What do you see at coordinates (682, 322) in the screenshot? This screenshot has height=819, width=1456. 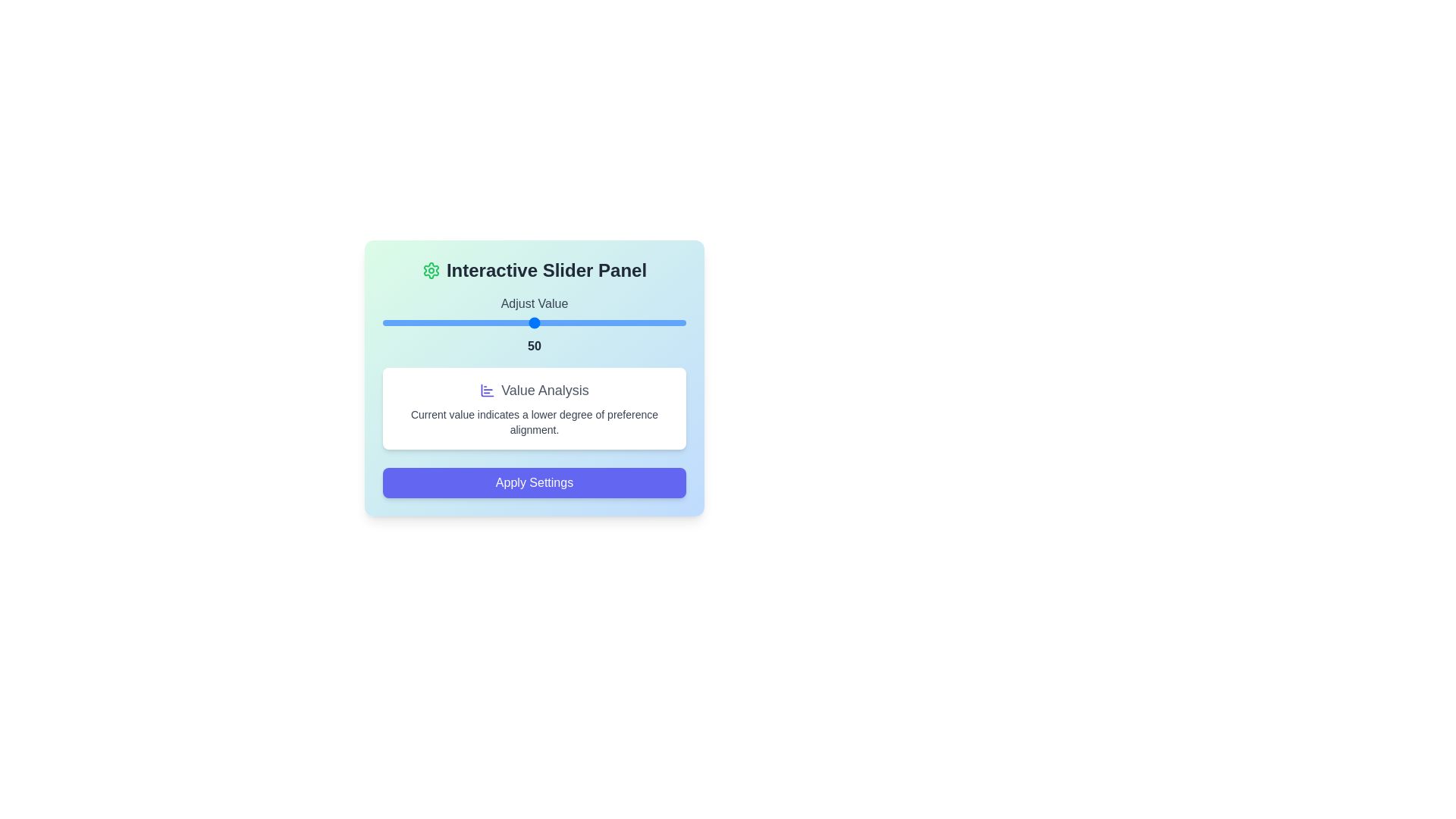 I see `the slider to set the value to 99` at bounding box center [682, 322].